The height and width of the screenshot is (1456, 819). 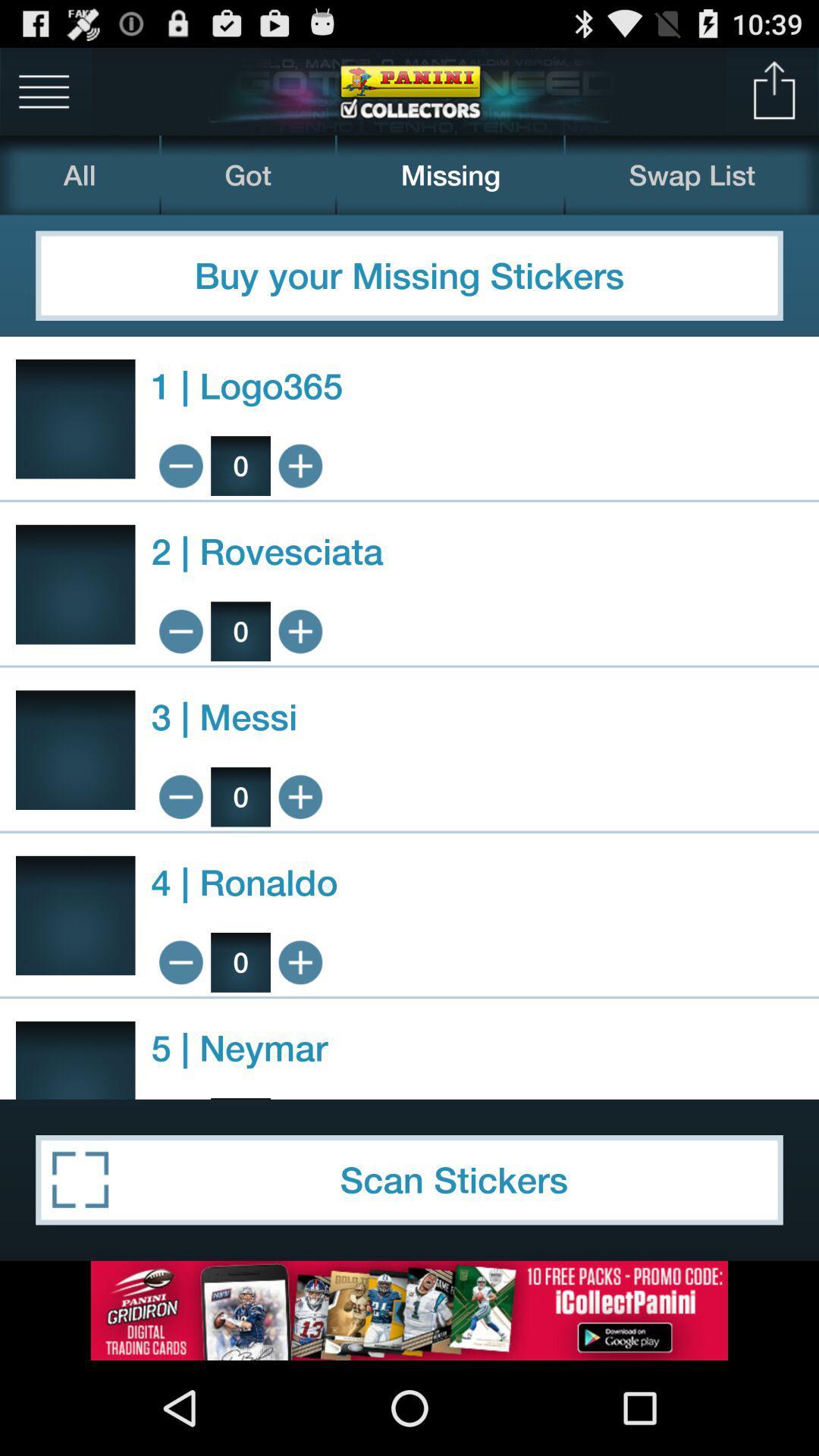 What do you see at coordinates (300, 1099) in the screenshot?
I see `product by 1` at bounding box center [300, 1099].